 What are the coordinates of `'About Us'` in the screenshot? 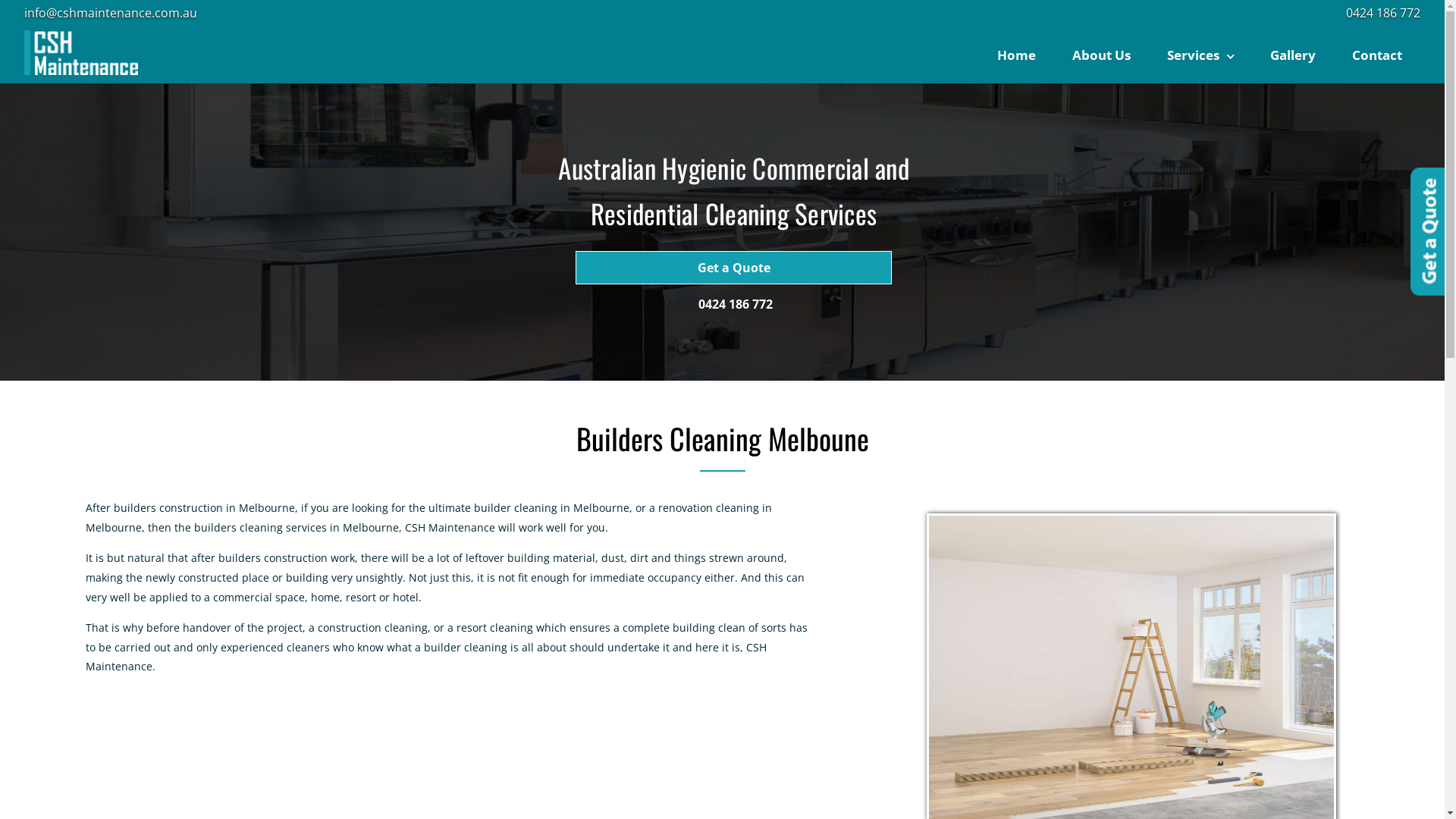 It's located at (1101, 54).